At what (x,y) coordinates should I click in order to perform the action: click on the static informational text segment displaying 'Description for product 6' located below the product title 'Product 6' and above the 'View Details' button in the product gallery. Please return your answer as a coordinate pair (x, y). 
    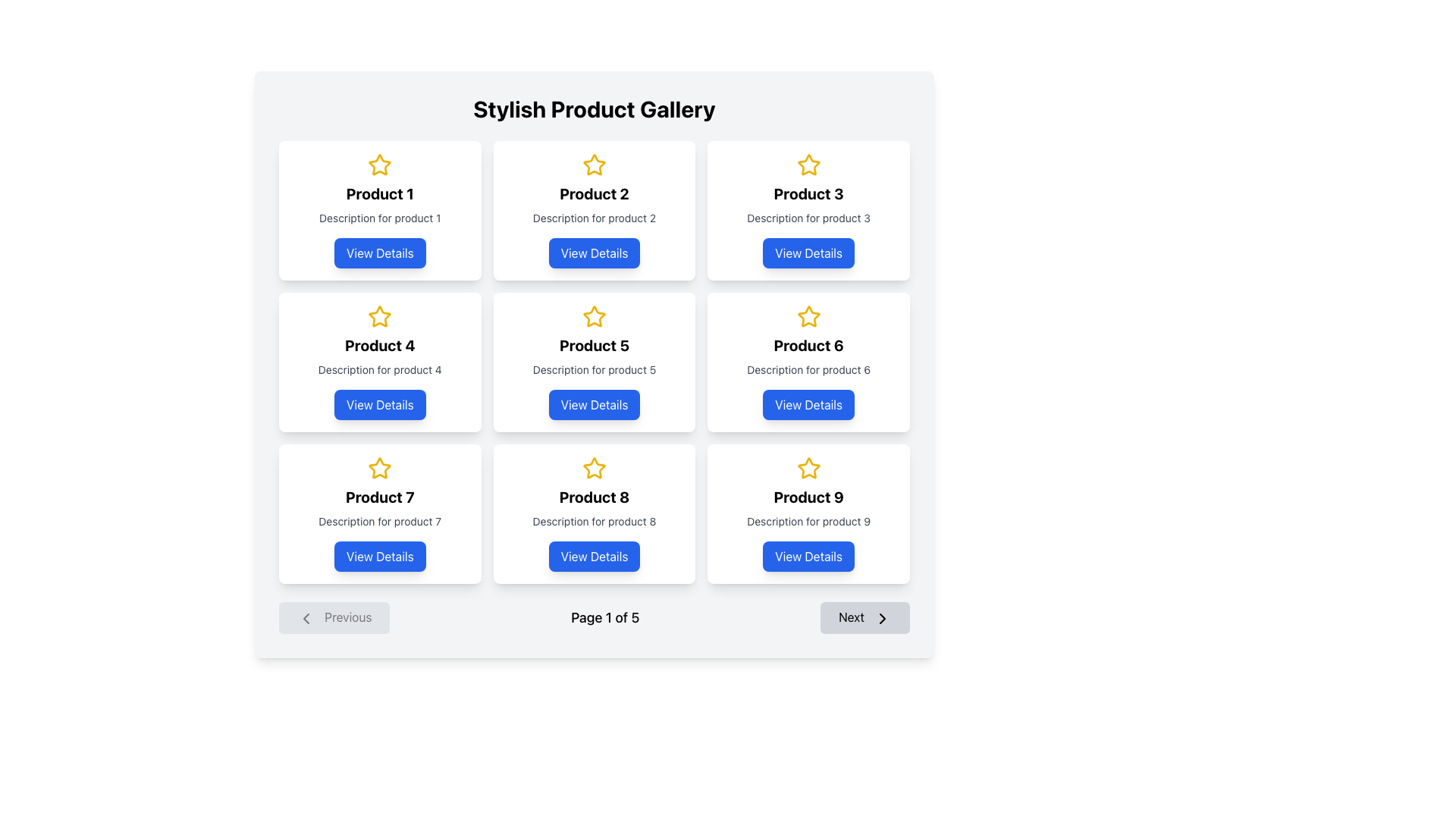
    Looking at the image, I should click on (808, 370).